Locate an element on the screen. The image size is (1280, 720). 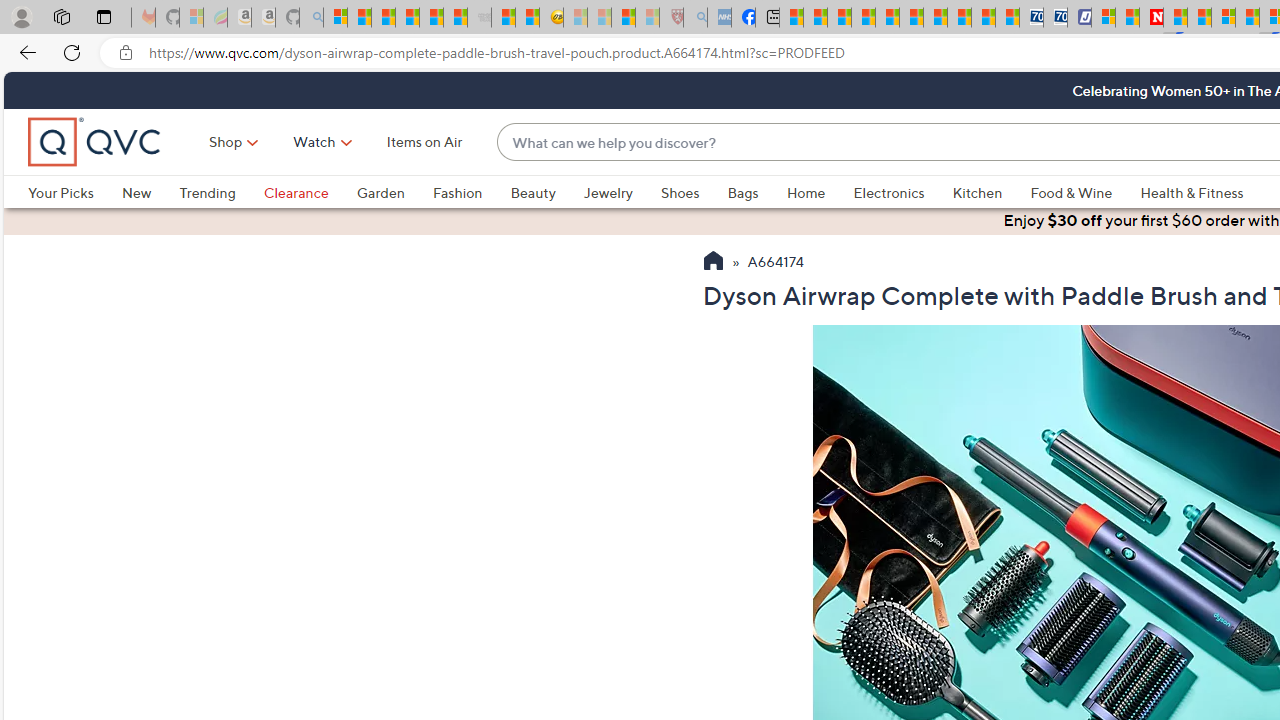
'Kitchen' is located at coordinates (977, 192).